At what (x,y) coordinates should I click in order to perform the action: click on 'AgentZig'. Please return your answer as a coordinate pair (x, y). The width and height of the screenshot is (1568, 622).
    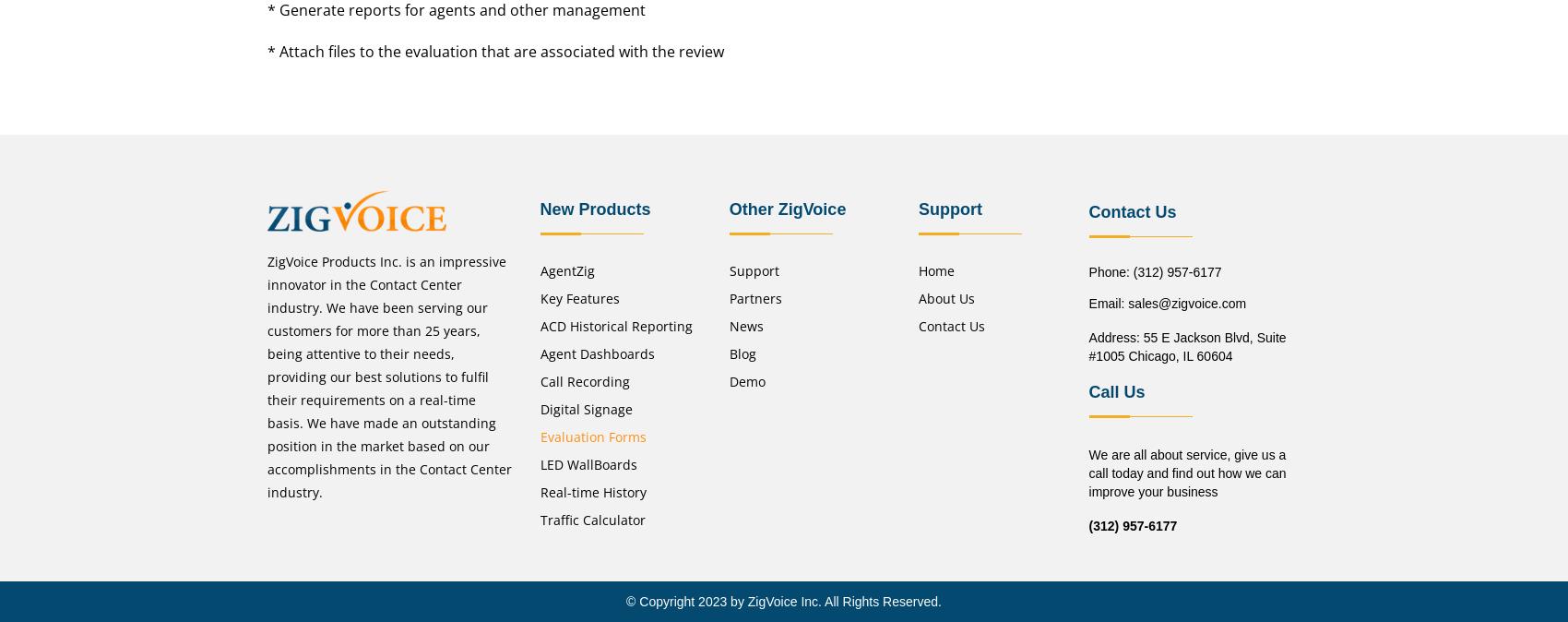
    Looking at the image, I should click on (538, 270).